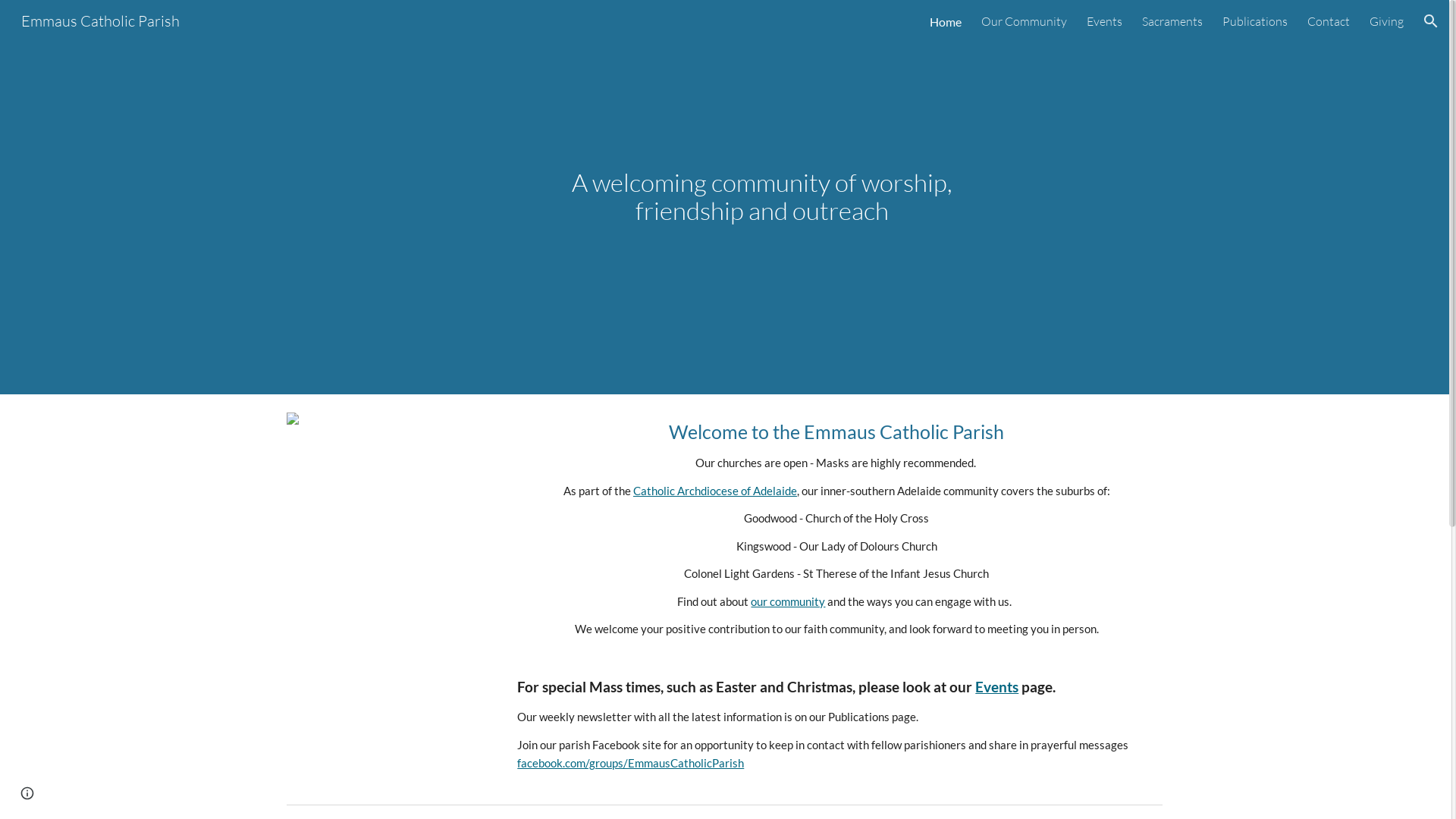 This screenshot has height=819, width=1456. Describe the element at coordinates (945, 20) in the screenshot. I see `'Home'` at that location.